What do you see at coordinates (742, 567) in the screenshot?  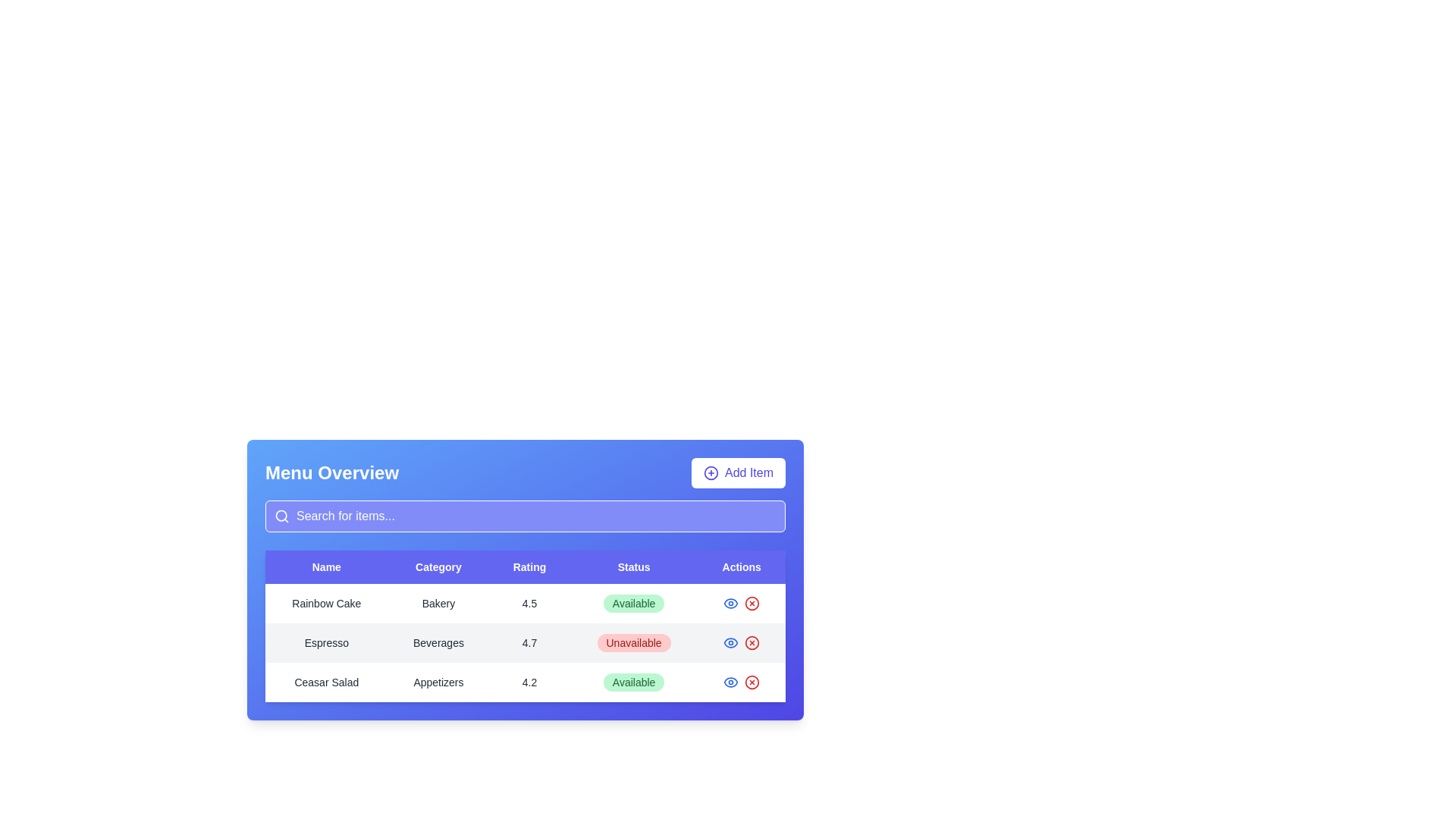 I see `the text label displaying 'Actions', which is the rightmost column header in the table with a purple background and white text` at bounding box center [742, 567].